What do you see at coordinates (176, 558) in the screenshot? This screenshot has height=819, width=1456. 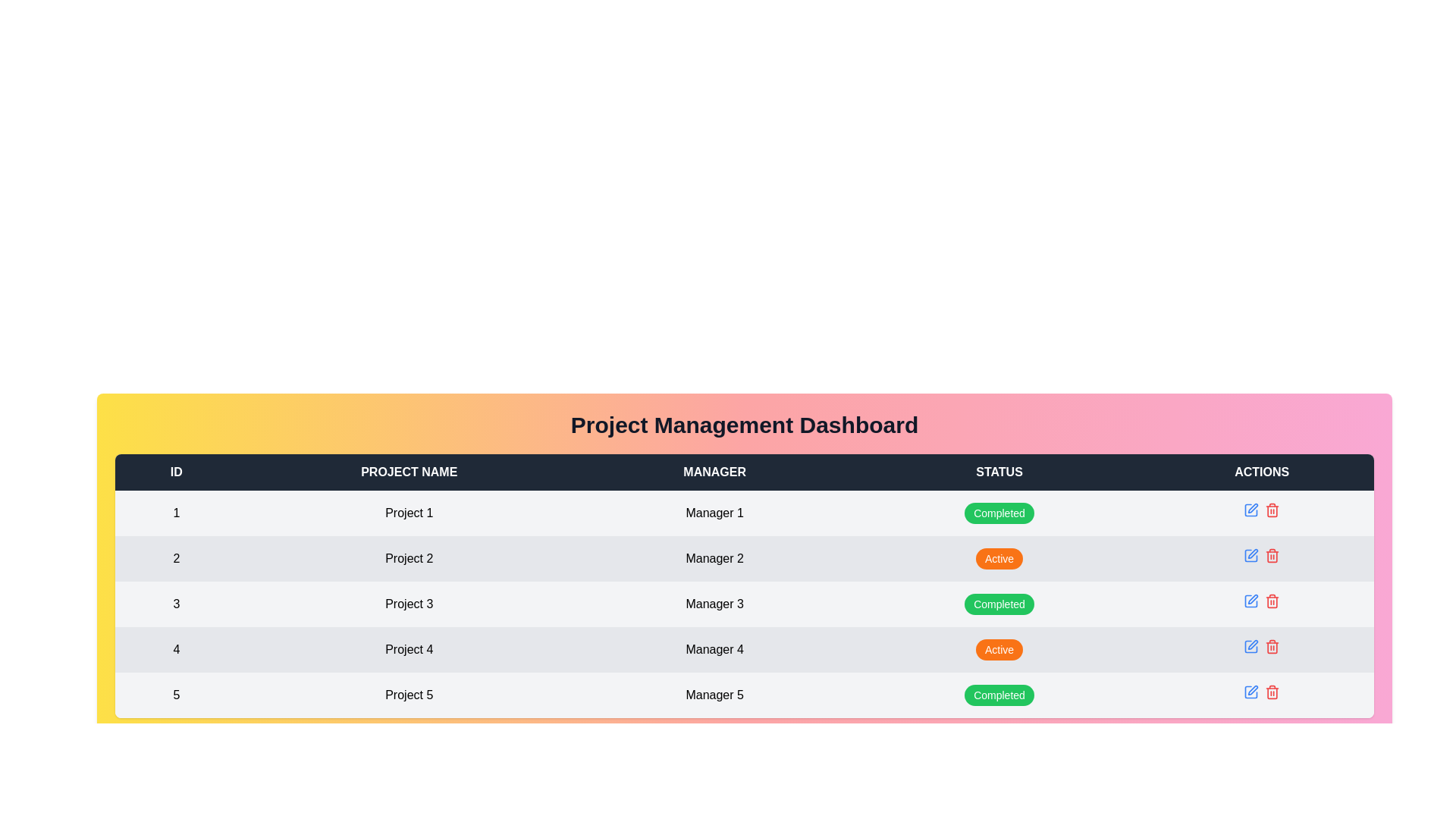 I see `the first column in the second row of the table, which serves as the identifier for 'Project 2', to focus on it` at bounding box center [176, 558].